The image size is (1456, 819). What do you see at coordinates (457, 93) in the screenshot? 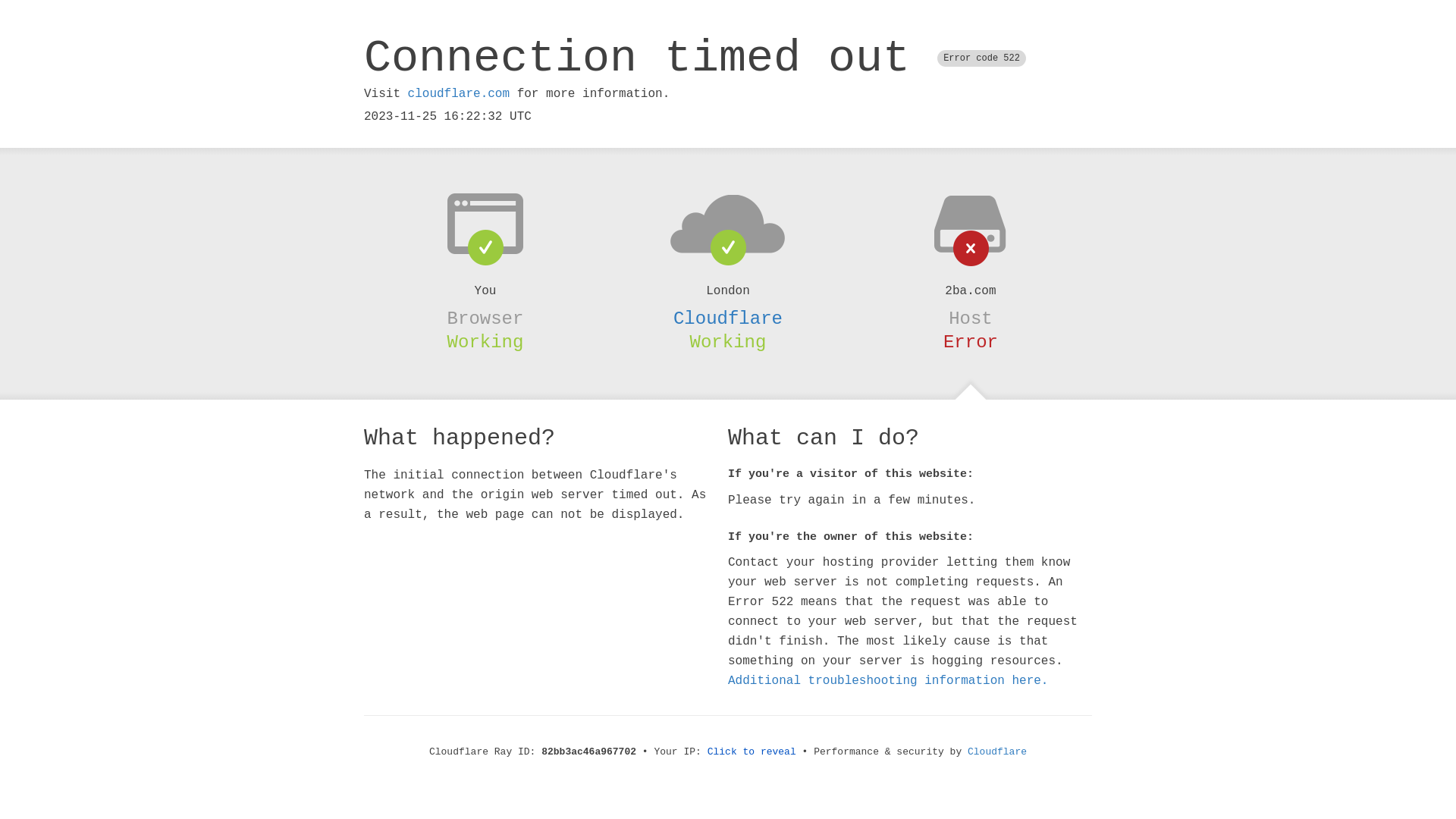
I see `'cloudflare.com'` at bounding box center [457, 93].